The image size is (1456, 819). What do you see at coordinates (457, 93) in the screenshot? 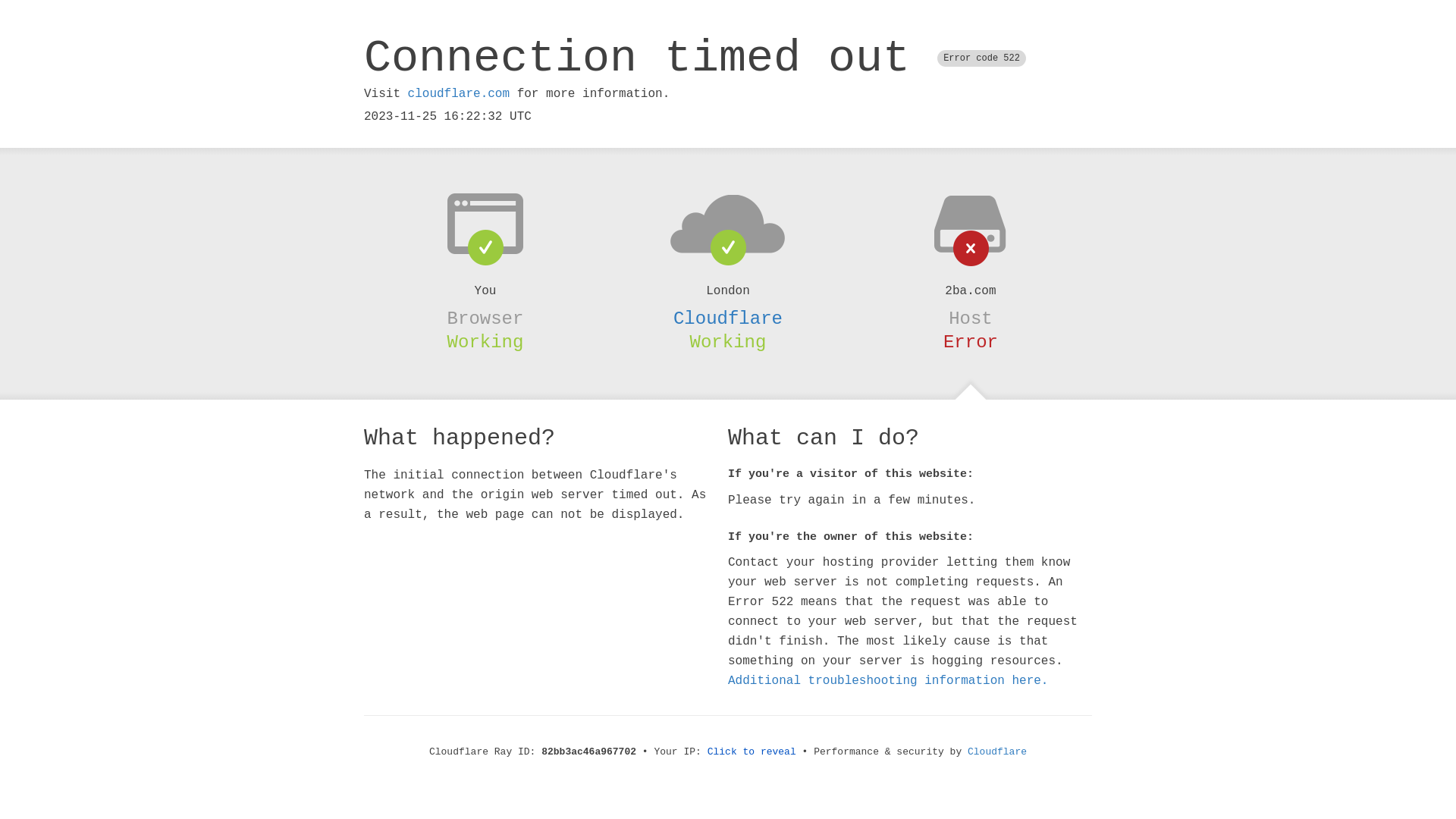
I see `'cloudflare.com'` at bounding box center [457, 93].